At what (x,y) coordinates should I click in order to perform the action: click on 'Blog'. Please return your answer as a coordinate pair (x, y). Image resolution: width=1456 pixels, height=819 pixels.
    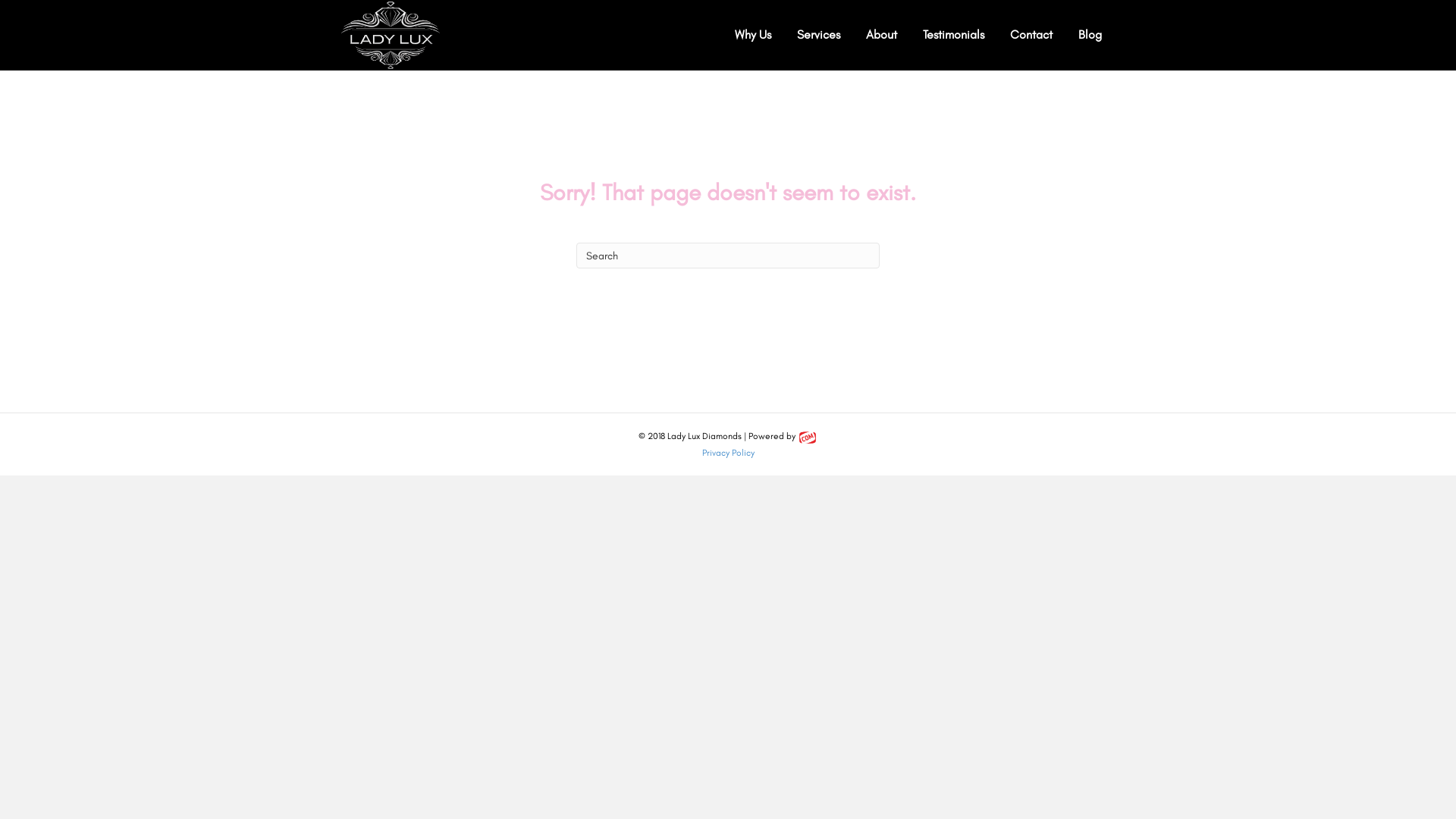
    Looking at the image, I should click on (1089, 34).